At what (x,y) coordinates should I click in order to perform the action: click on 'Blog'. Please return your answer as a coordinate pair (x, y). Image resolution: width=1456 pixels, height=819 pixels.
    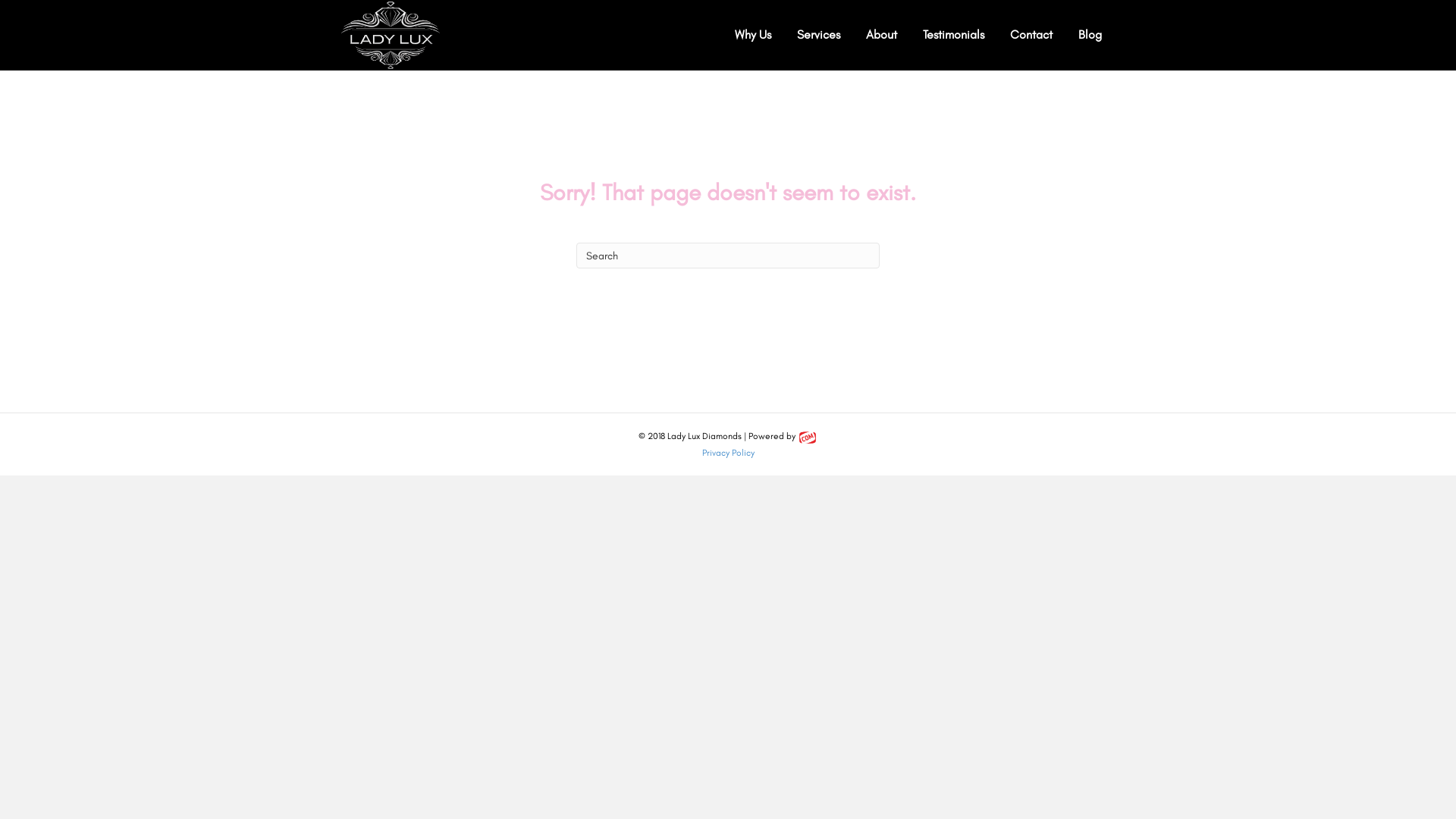
    Looking at the image, I should click on (1089, 34).